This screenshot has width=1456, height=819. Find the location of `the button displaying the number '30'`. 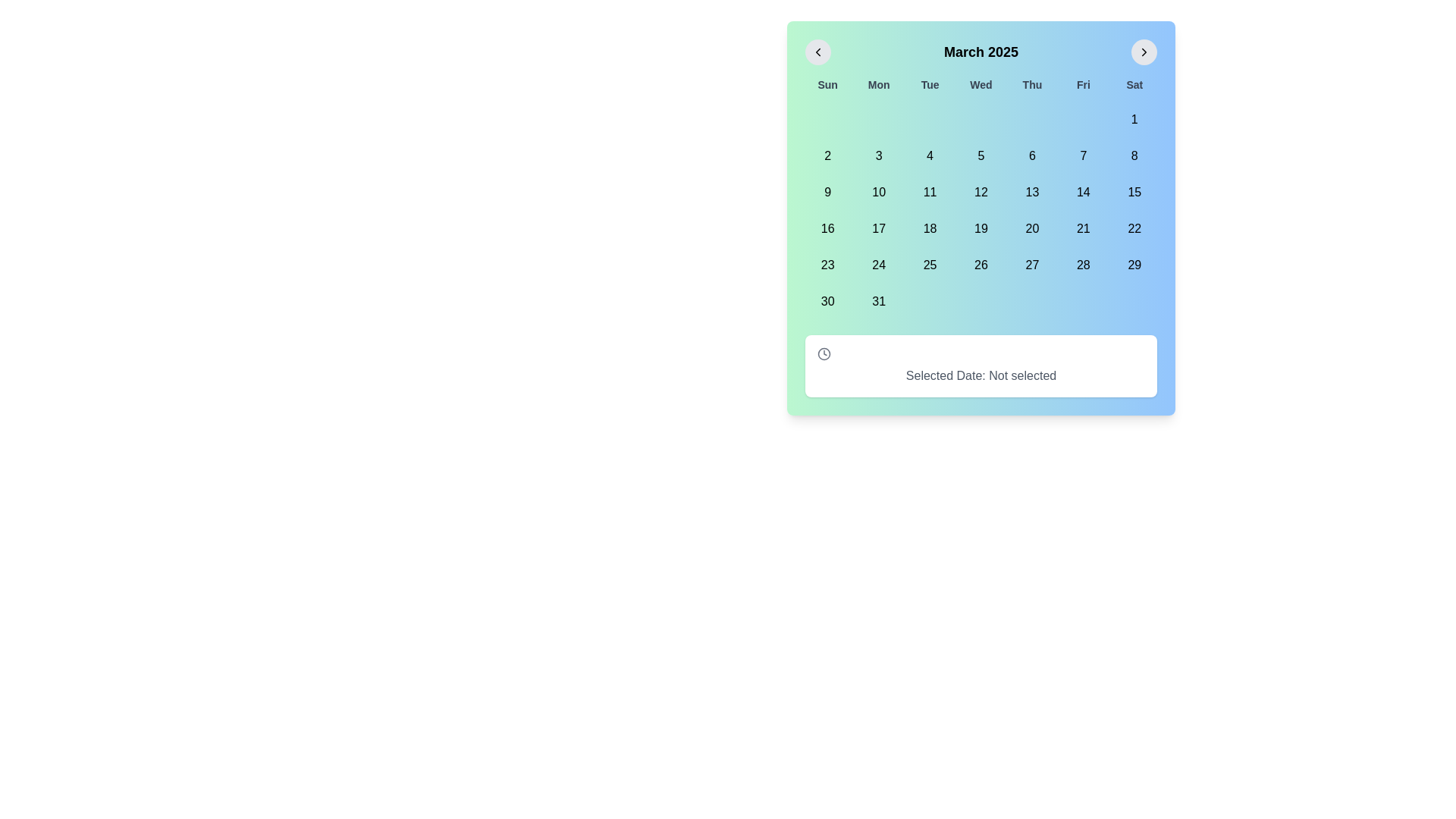

the button displaying the number '30' is located at coordinates (827, 301).